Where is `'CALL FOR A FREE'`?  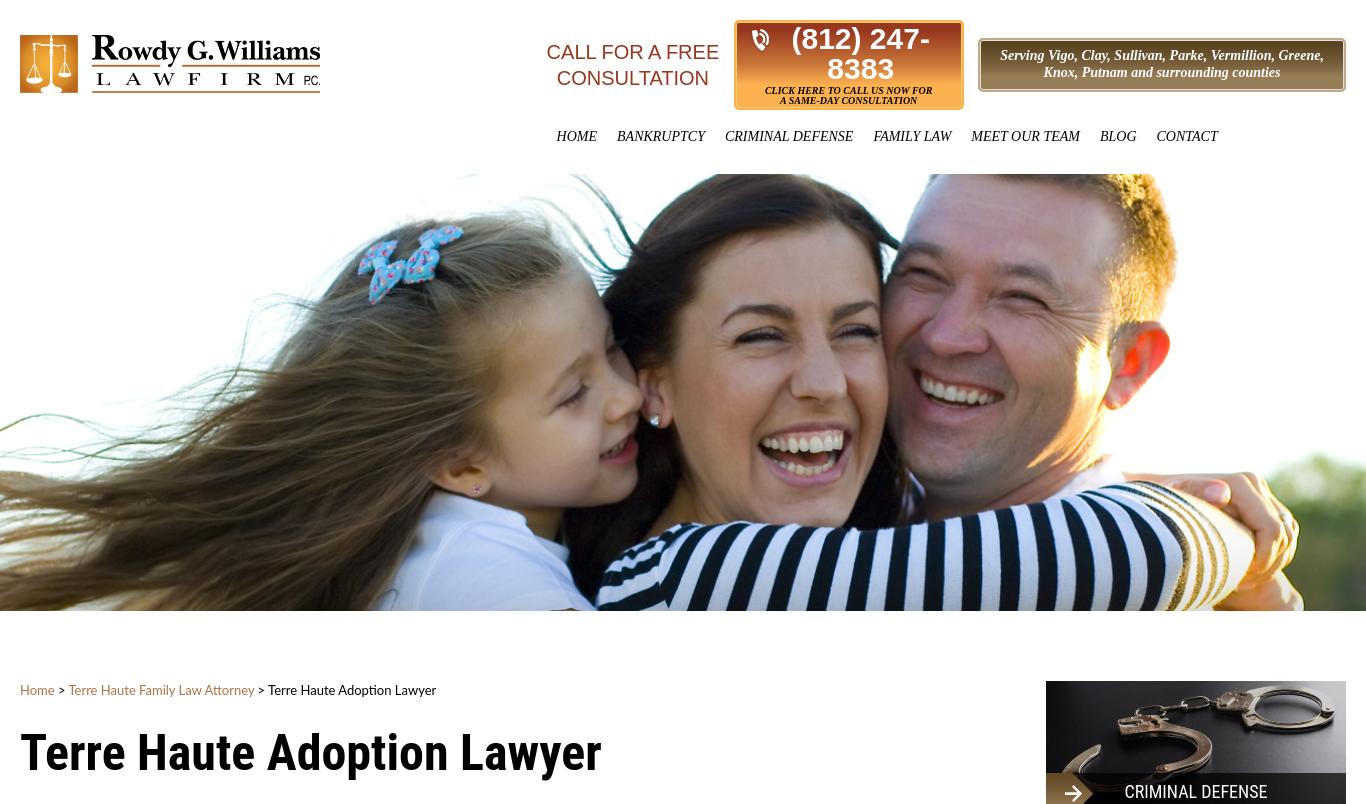
'CALL FOR A FREE' is located at coordinates (631, 51).